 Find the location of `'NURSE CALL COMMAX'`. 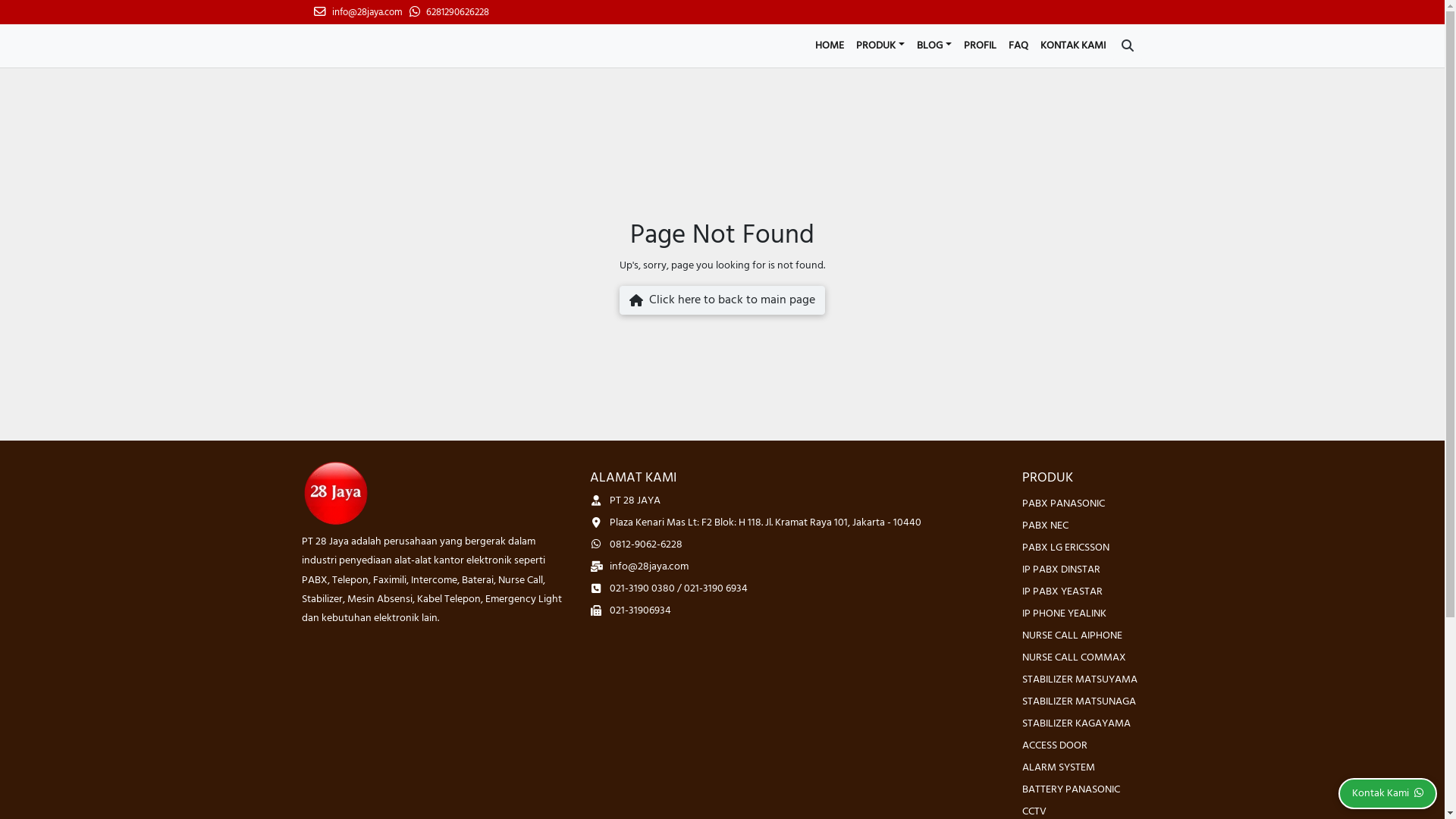

'NURSE CALL COMMAX' is located at coordinates (1073, 657).